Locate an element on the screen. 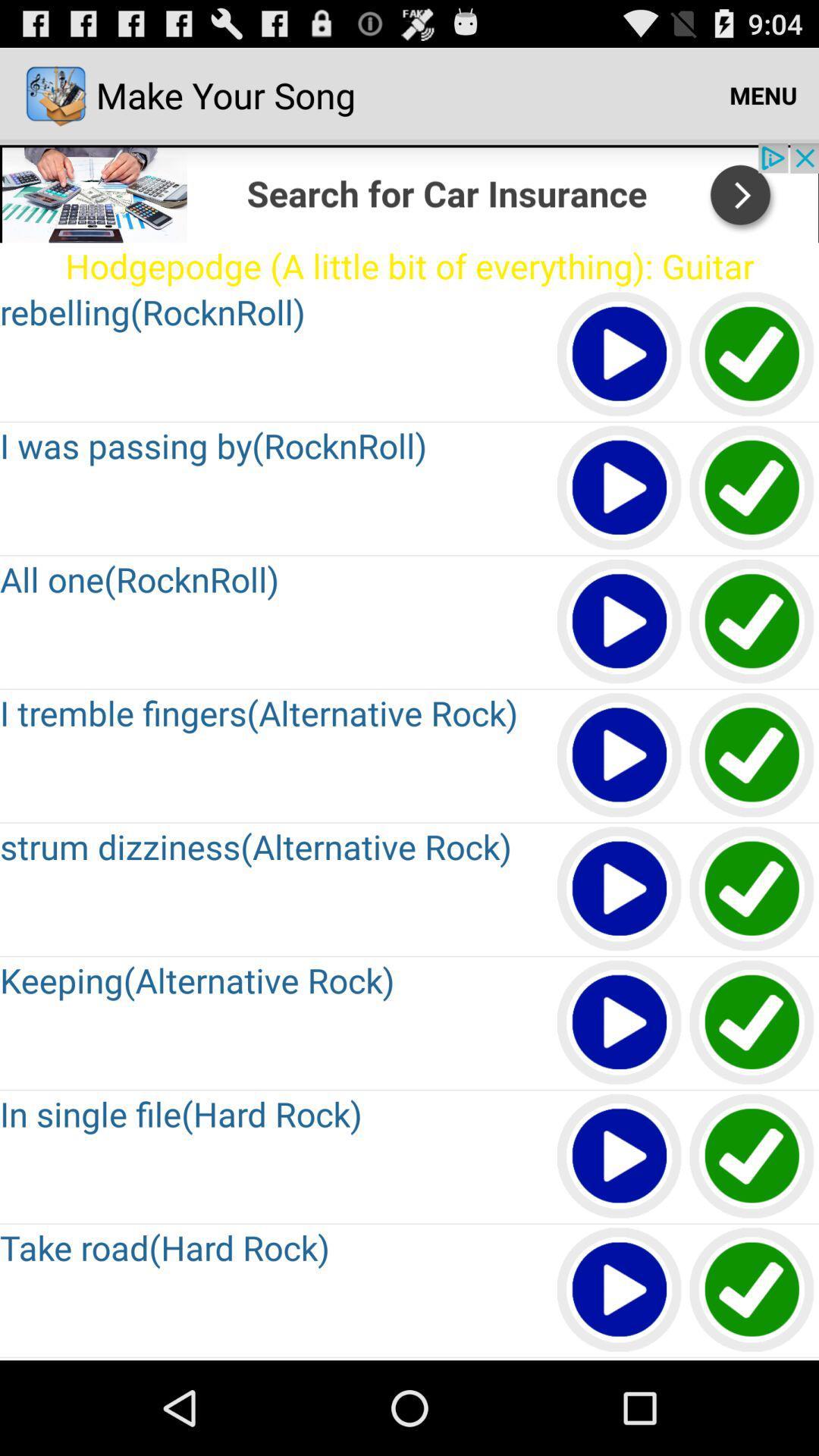 The height and width of the screenshot is (1456, 819). all one rockn roll is located at coordinates (752, 622).